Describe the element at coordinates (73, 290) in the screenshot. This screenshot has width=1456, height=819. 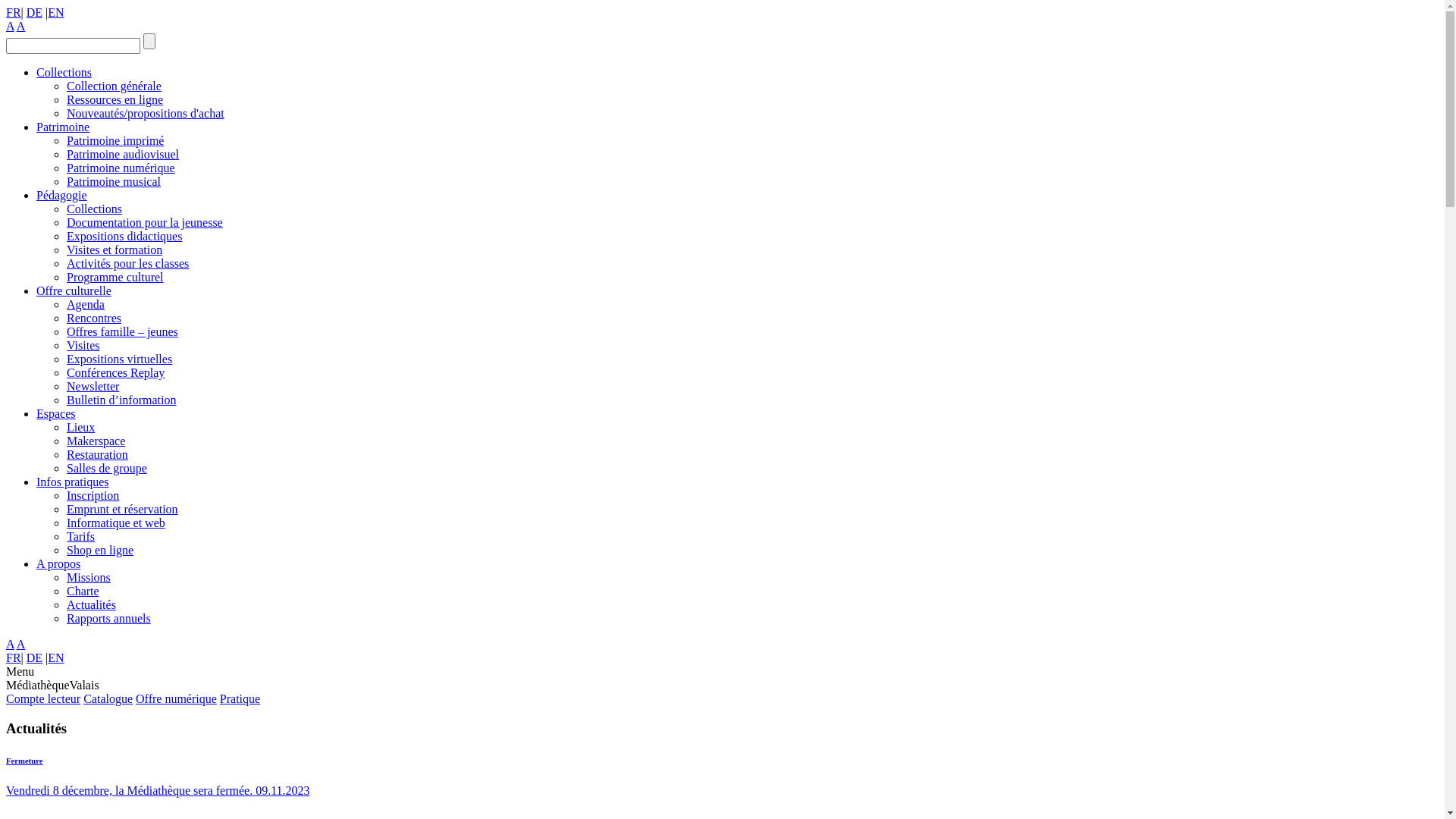
I see `'Offre culturelle'` at that location.